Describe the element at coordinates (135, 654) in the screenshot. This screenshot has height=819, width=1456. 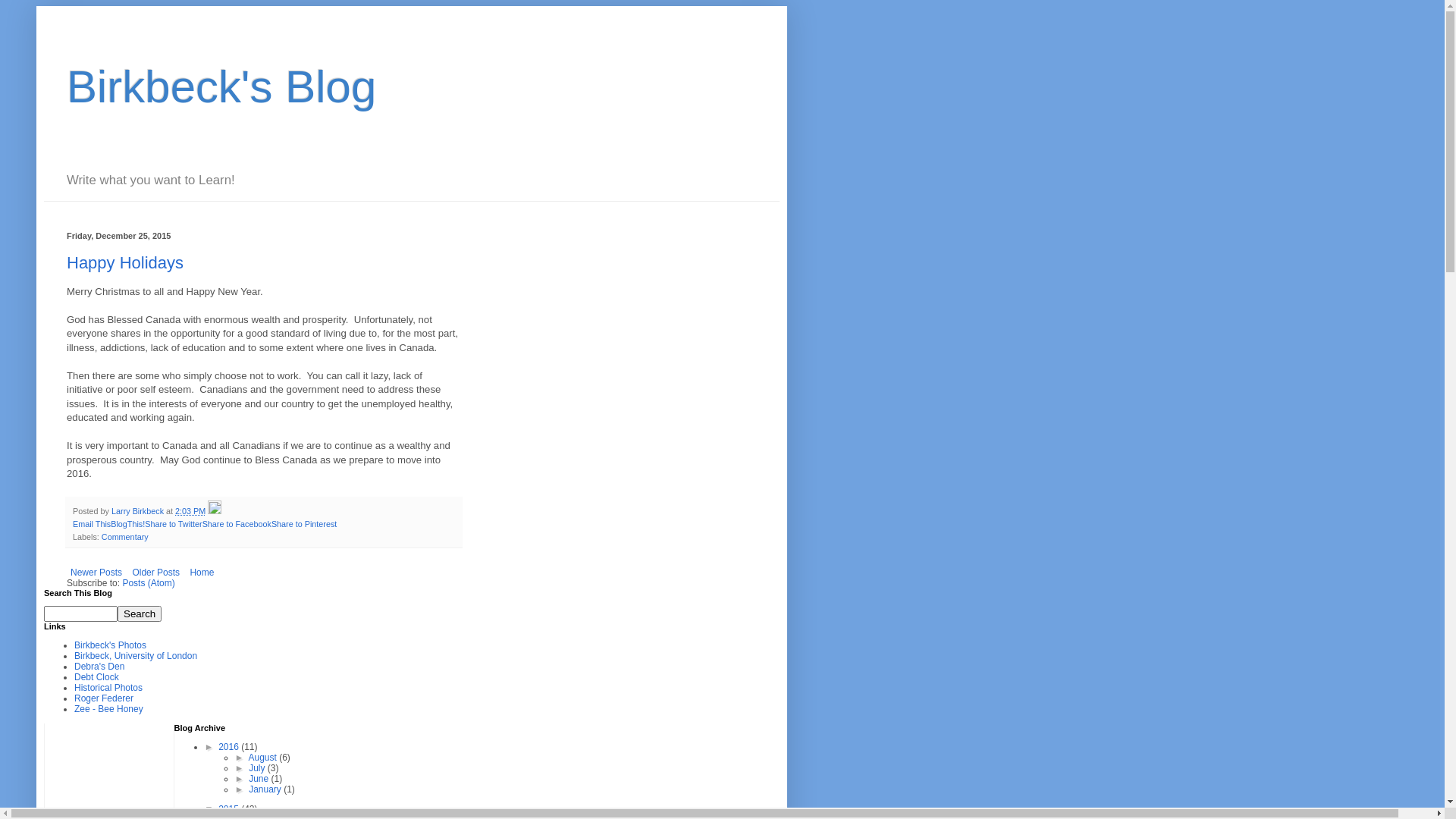
I see `'Birkbeck, University of London'` at that location.